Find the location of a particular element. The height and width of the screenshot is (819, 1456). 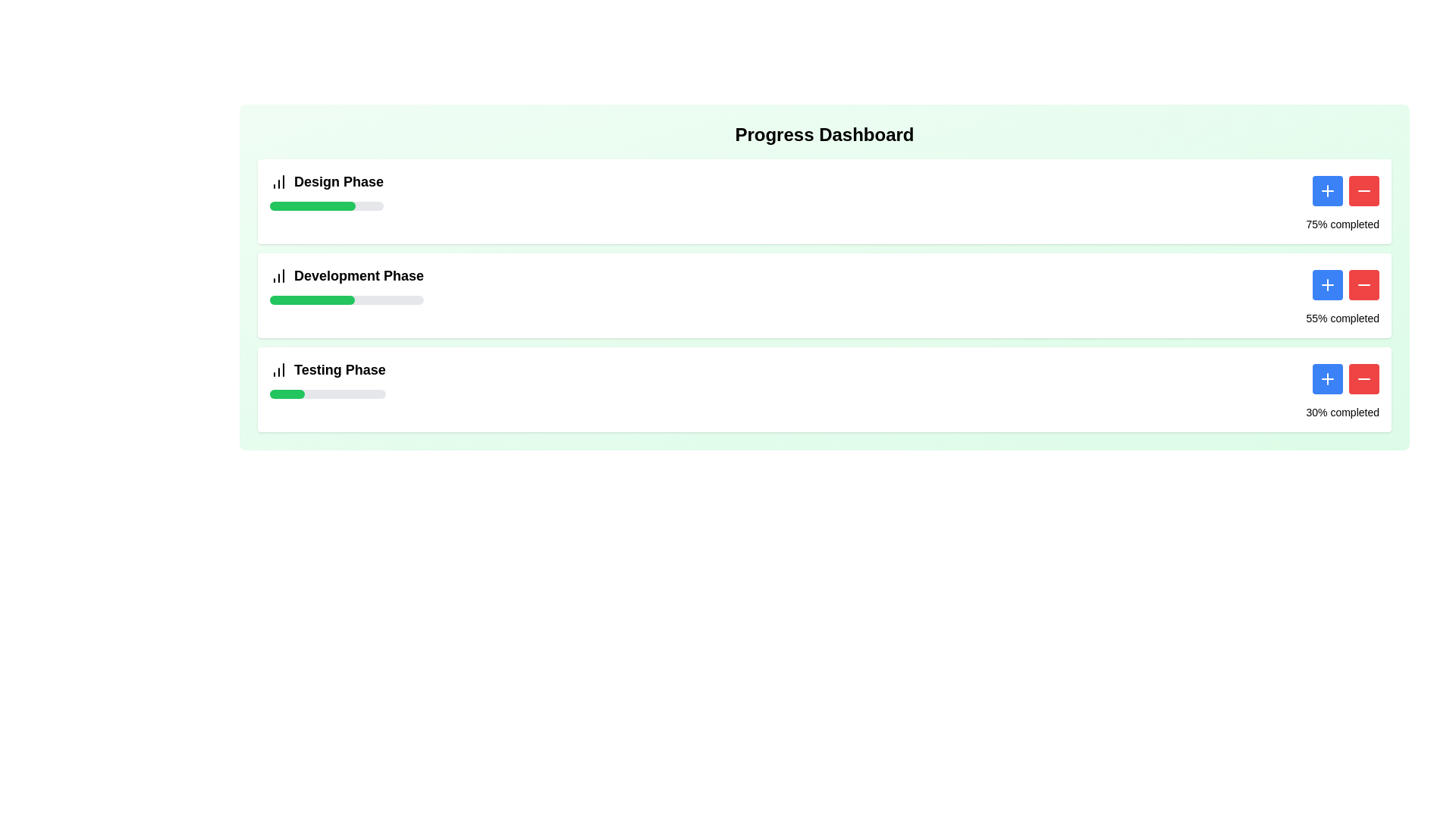

the increment button located in the 'Development Phase' section of the progress dashboard, positioned to the right of the red circular button with a minus sign and above the '55% completed' text is located at coordinates (1327, 284).